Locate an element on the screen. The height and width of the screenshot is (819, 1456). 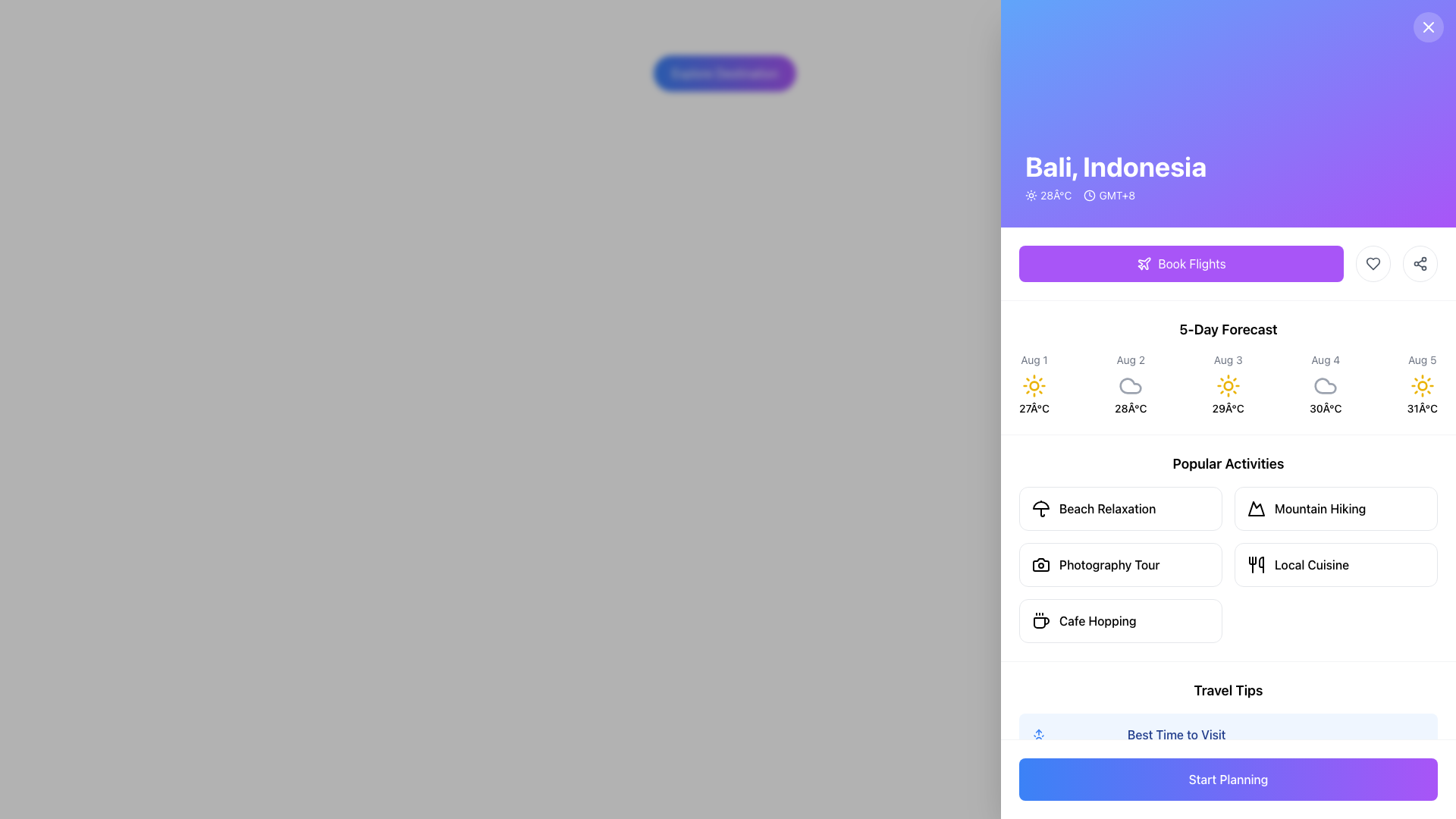
cloud icon representing the weather condition for August 2, located under the '5-Day Forecast' panel, to gather additional data is located at coordinates (1131, 385).